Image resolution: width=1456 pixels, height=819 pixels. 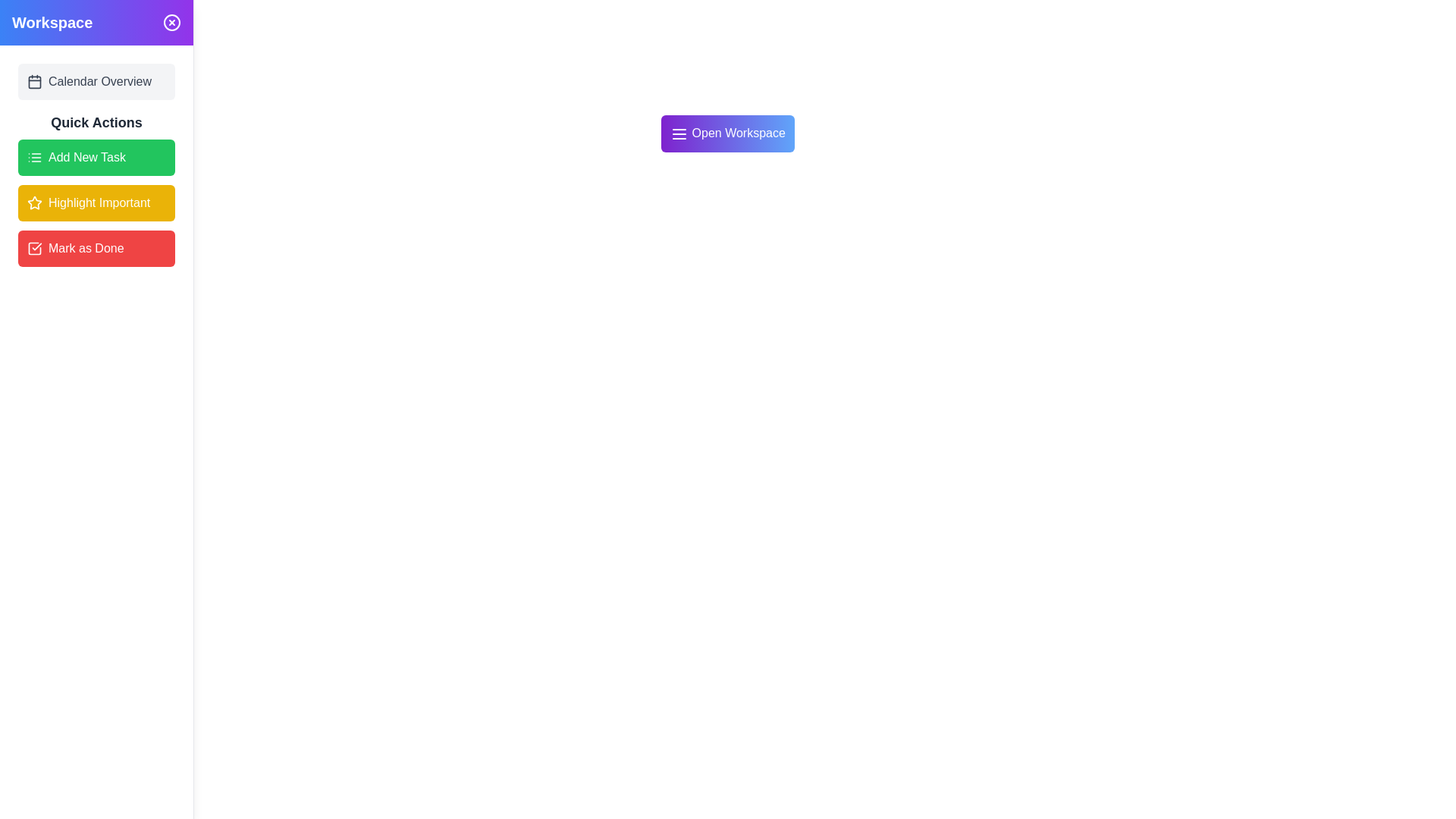 What do you see at coordinates (96, 247) in the screenshot?
I see `the button located at the bottom of the 'Quick Actions' section on the sidebar to mark a task as completed` at bounding box center [96, 247].